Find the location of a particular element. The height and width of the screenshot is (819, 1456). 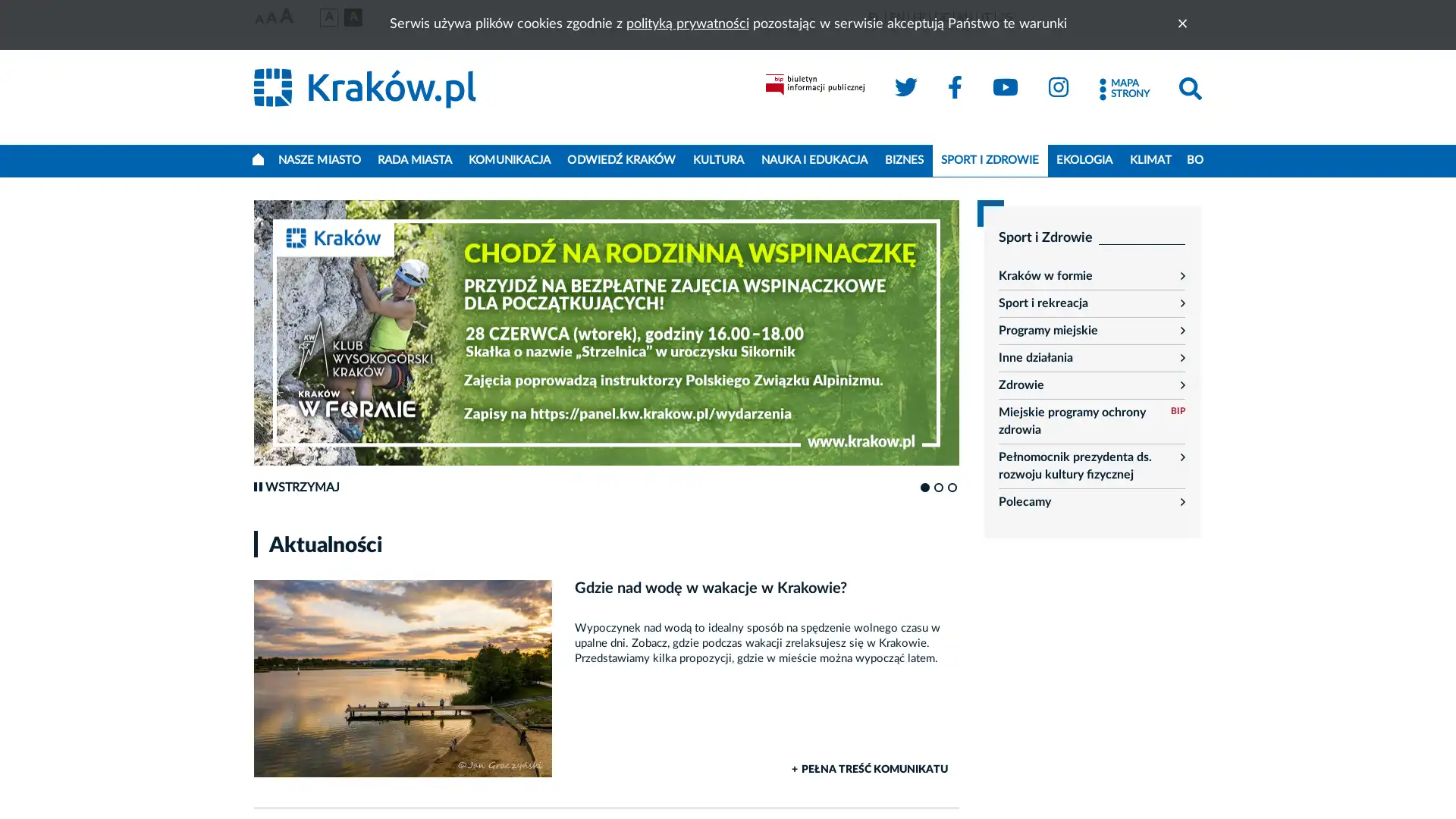

Szukaj is located at coordinates (1189, 89).